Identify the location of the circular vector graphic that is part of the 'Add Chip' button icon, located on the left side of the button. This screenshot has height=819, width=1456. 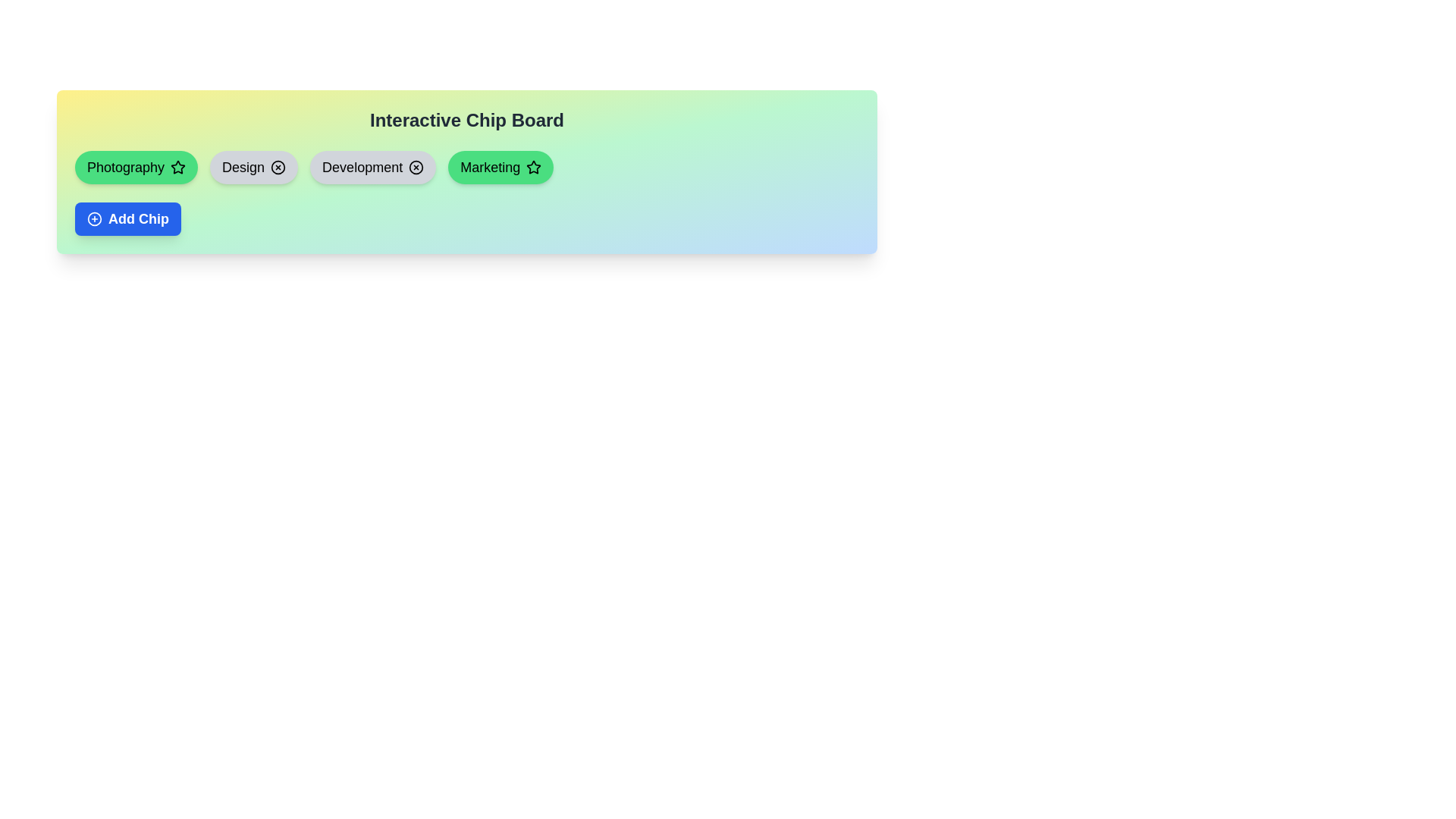
(93, 219).